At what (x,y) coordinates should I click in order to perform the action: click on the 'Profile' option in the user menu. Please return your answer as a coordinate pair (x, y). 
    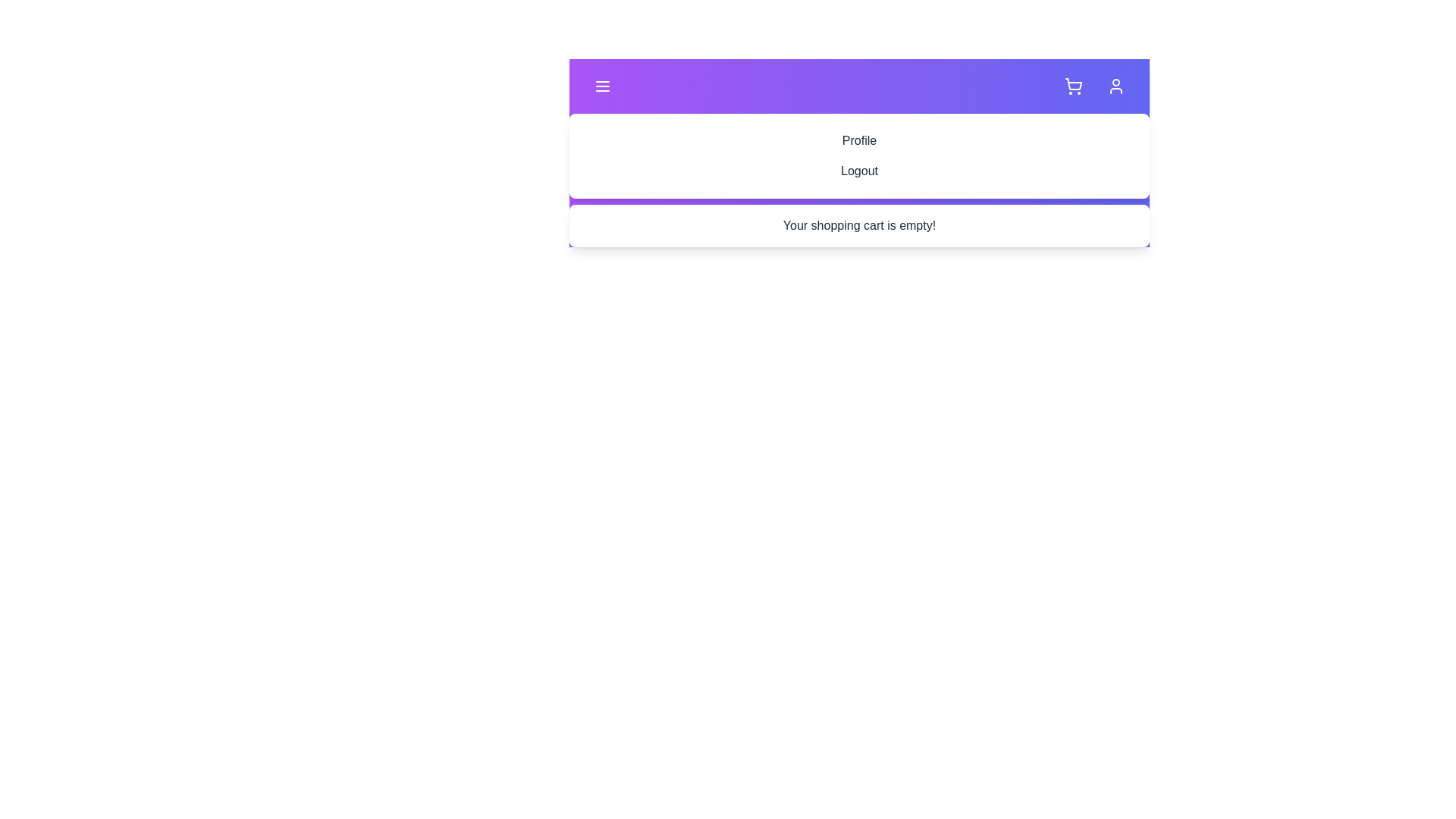
    Looking at the image, I should click on (859, 140).